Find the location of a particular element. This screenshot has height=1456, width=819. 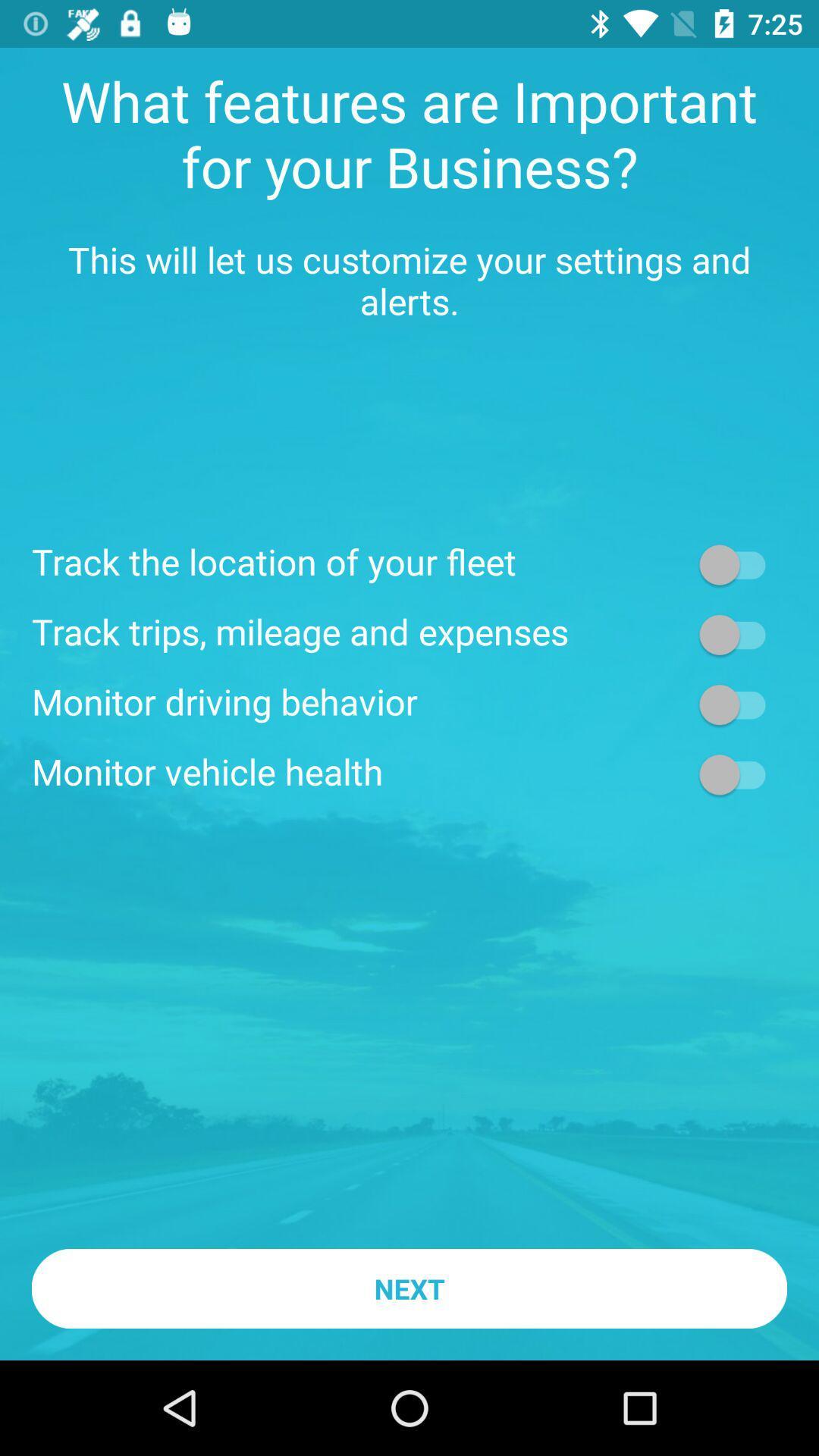

selection is located at coordinates (739, 704).